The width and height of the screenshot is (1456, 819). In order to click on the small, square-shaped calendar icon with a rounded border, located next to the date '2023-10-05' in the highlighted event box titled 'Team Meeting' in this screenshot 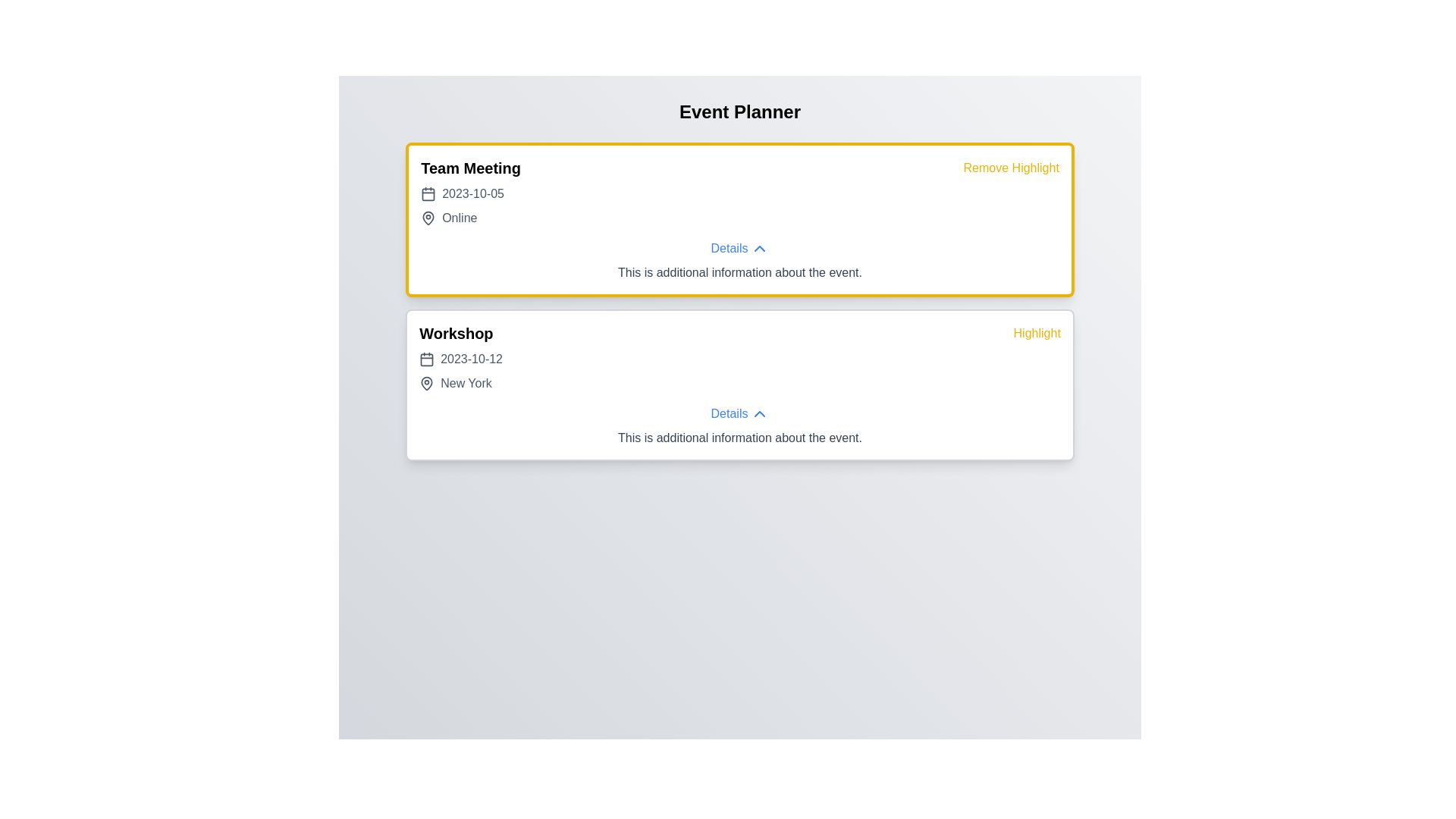, I will do `click(428, 193)`.